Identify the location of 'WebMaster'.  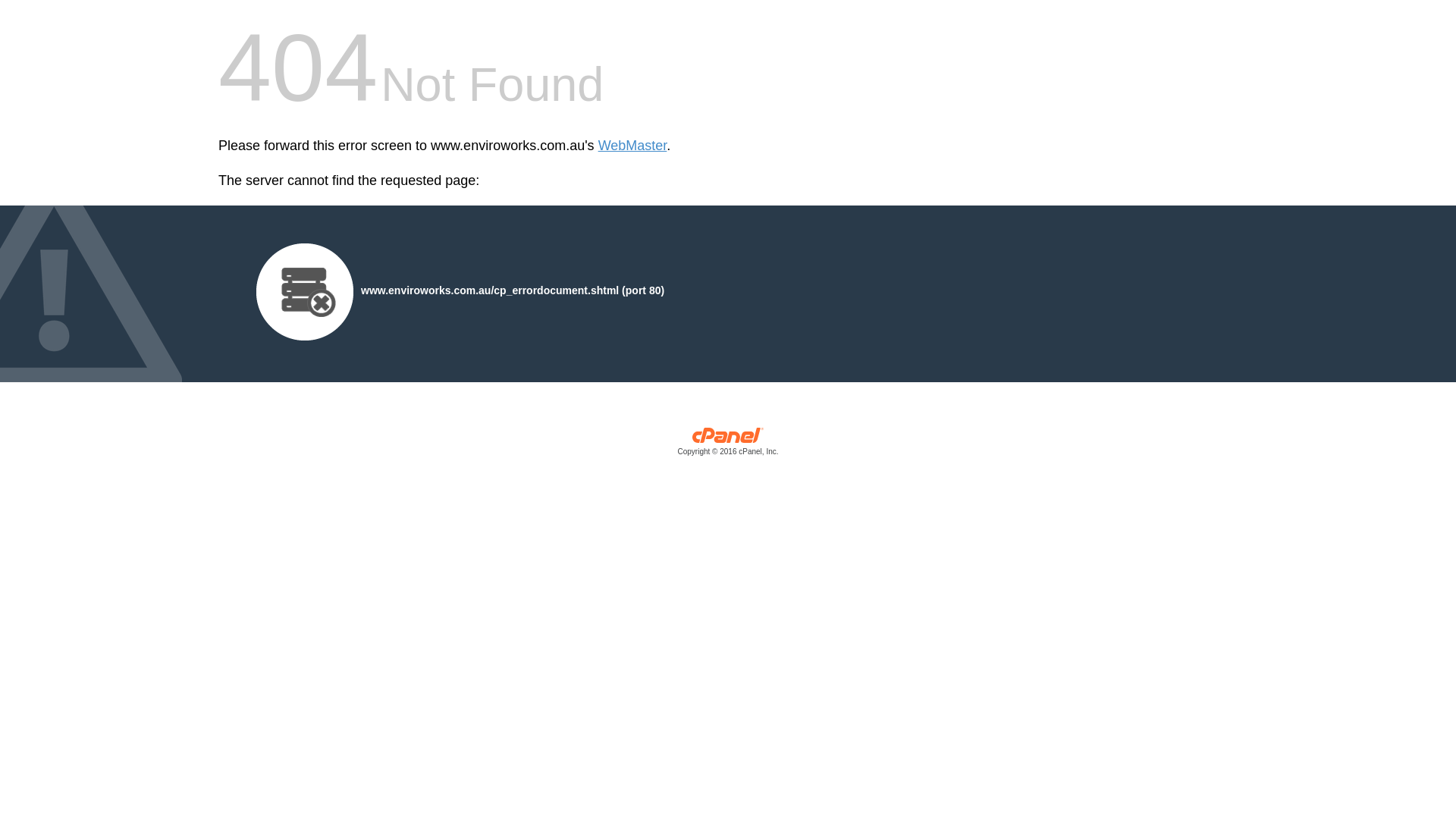
(632, 146).